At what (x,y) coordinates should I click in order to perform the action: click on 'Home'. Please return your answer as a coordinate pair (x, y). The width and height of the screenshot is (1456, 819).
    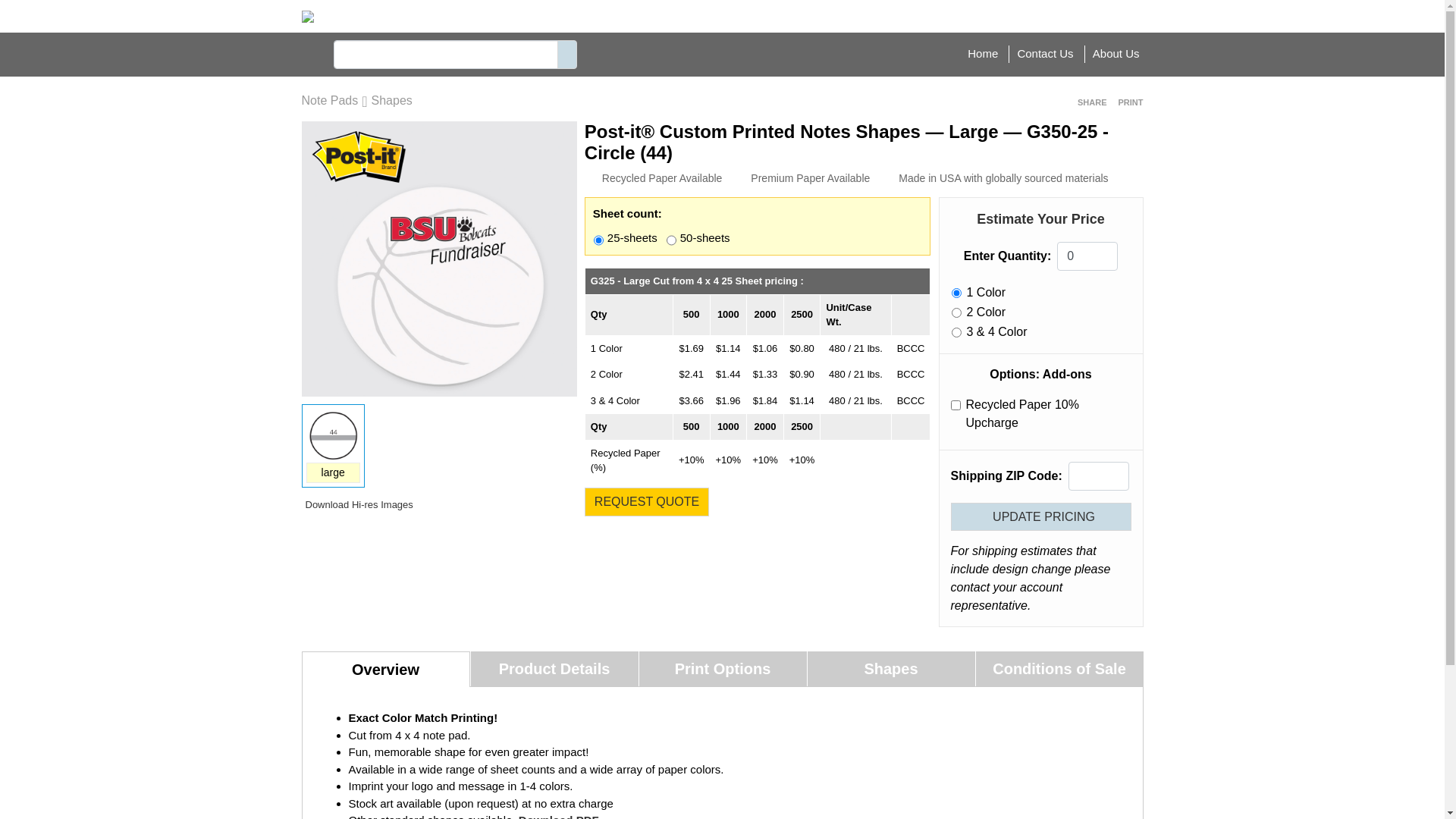
    Looking at the image, I should click on (983, 52).